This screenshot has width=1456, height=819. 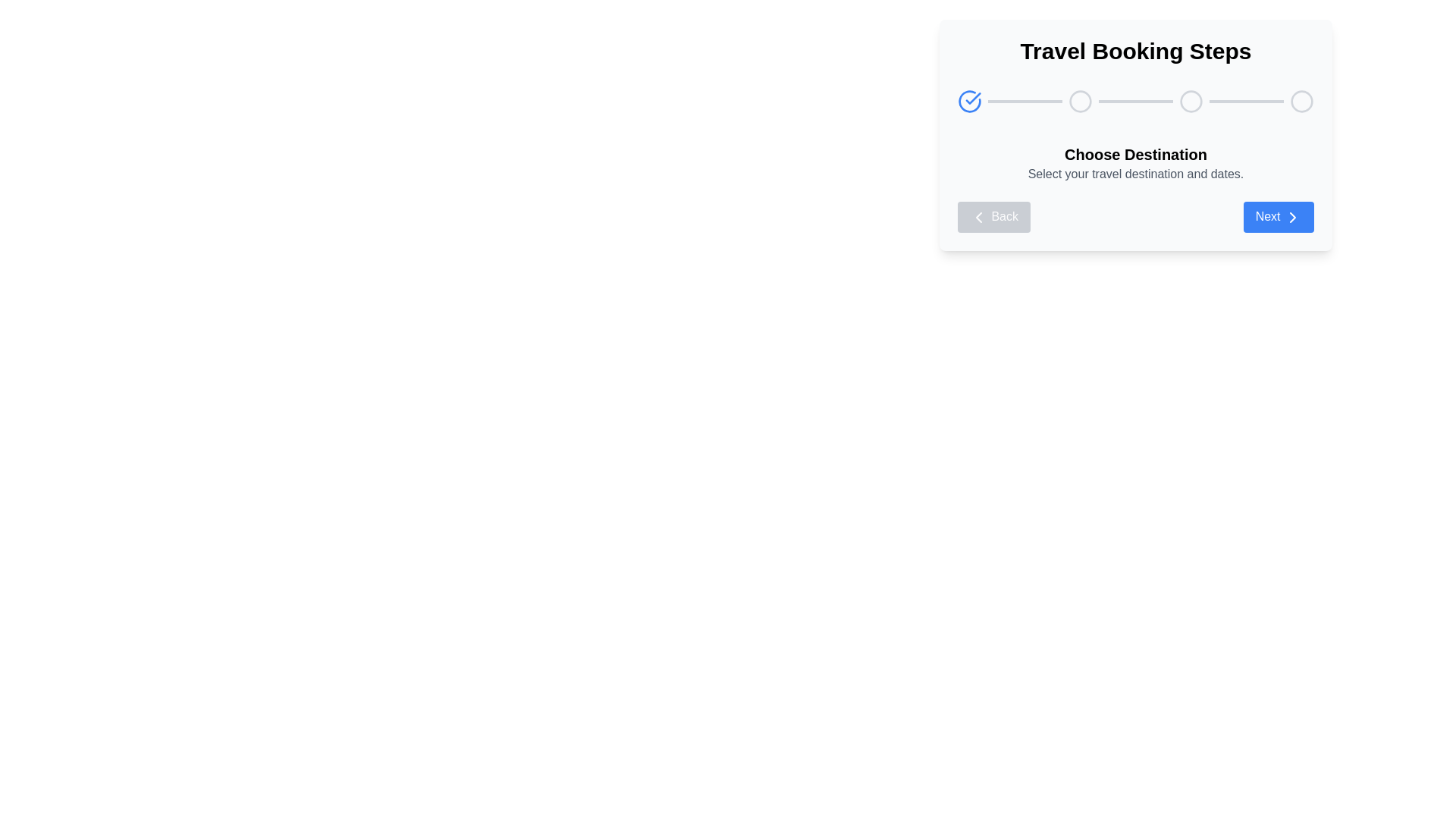 I want to click on the forward navigation icon located within the 'Next' button in the step navigation interface, so click(x=1291, y=216).